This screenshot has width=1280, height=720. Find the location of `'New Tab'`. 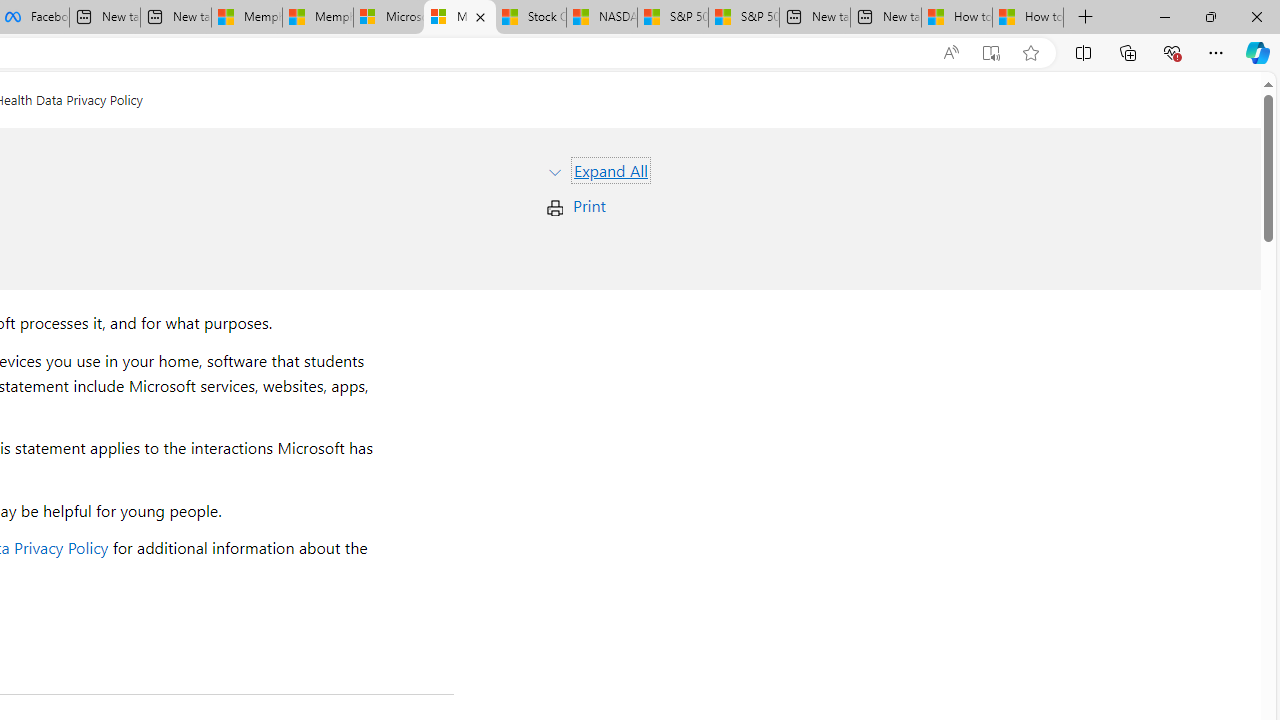

'New Tab' is located at coordinates (1085, 17).